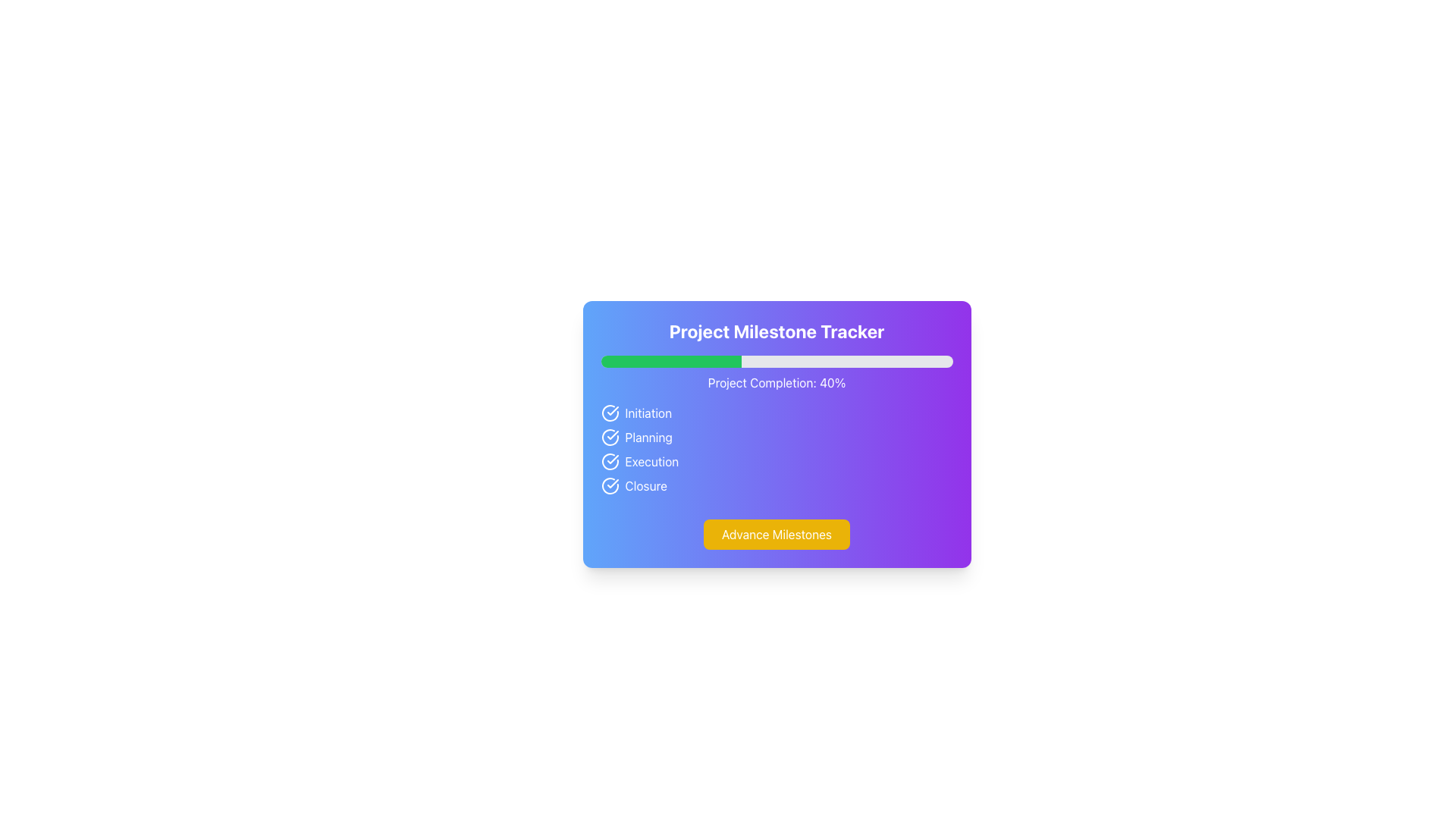 The image size is (1456, 819). I want to click on the status icon component for the 'Planning' milestone located in the second row of the list items, so click(610, 438).